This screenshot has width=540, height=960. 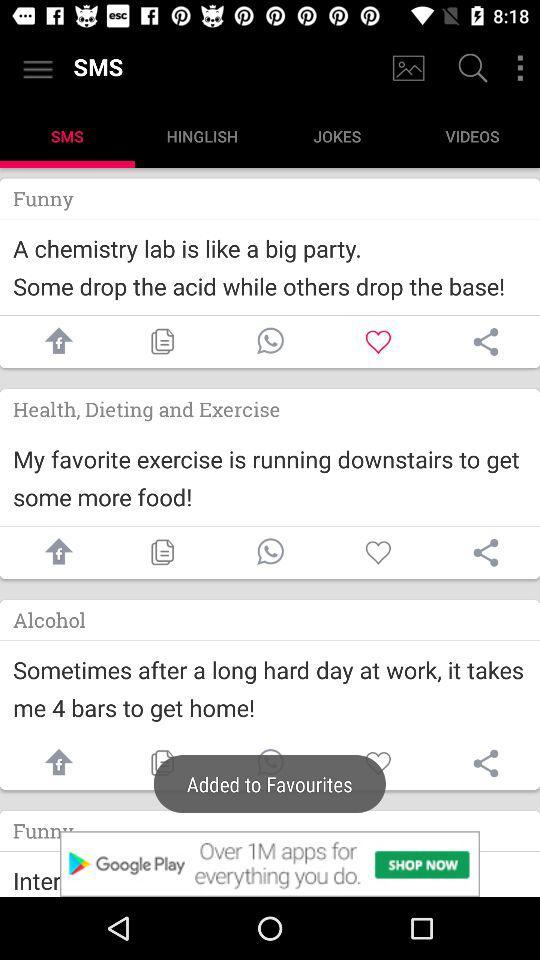 What do you see at coordinates (470, 70) in the screenshot?
I see `search button` at bounding box center [470, 70].